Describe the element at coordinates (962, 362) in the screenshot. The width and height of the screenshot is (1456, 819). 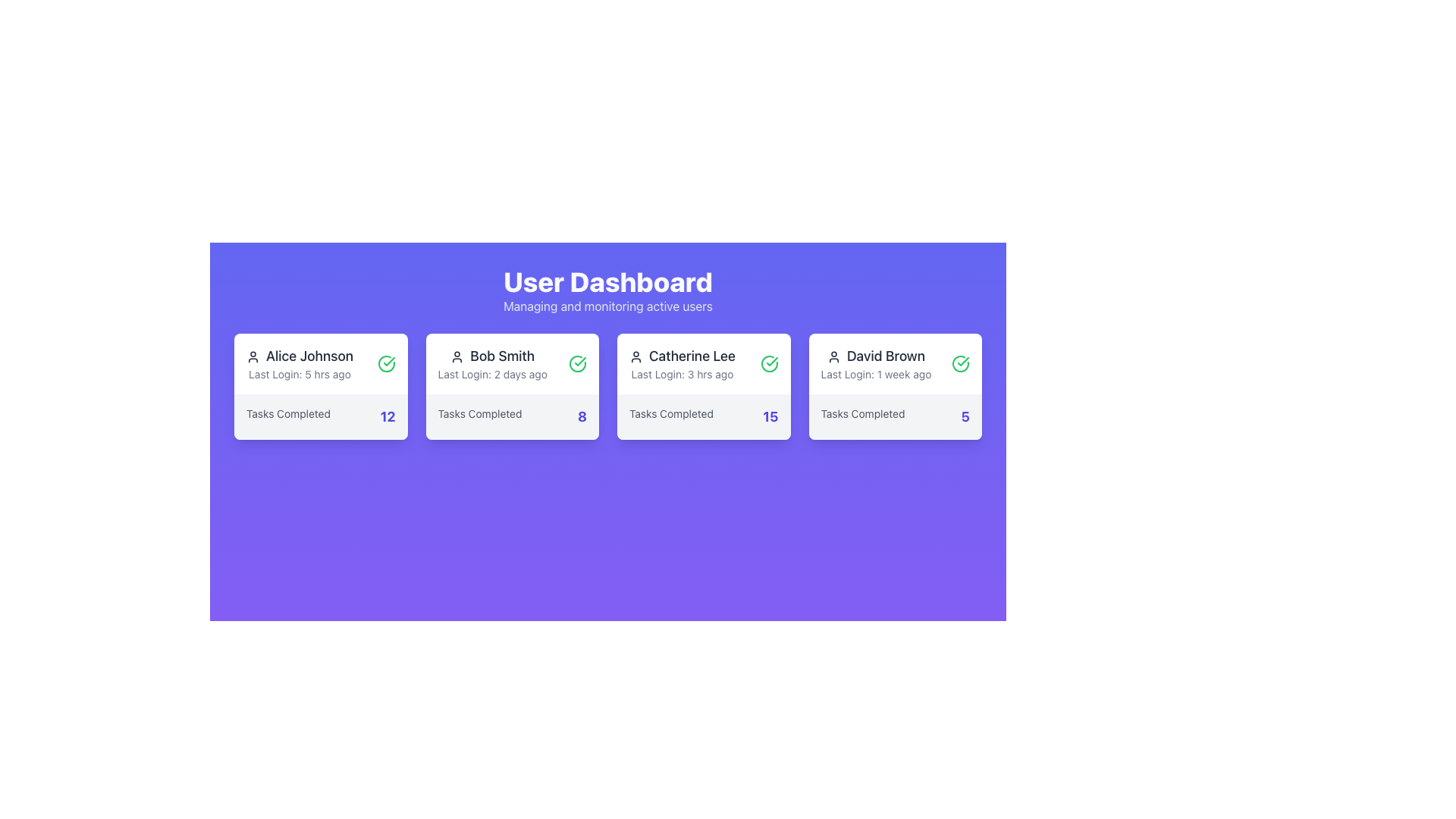
I see `the green checkmark icon located to the right of the user card for 'Catherine Lee', which is positioned in the top-right corner of the card` at that location.